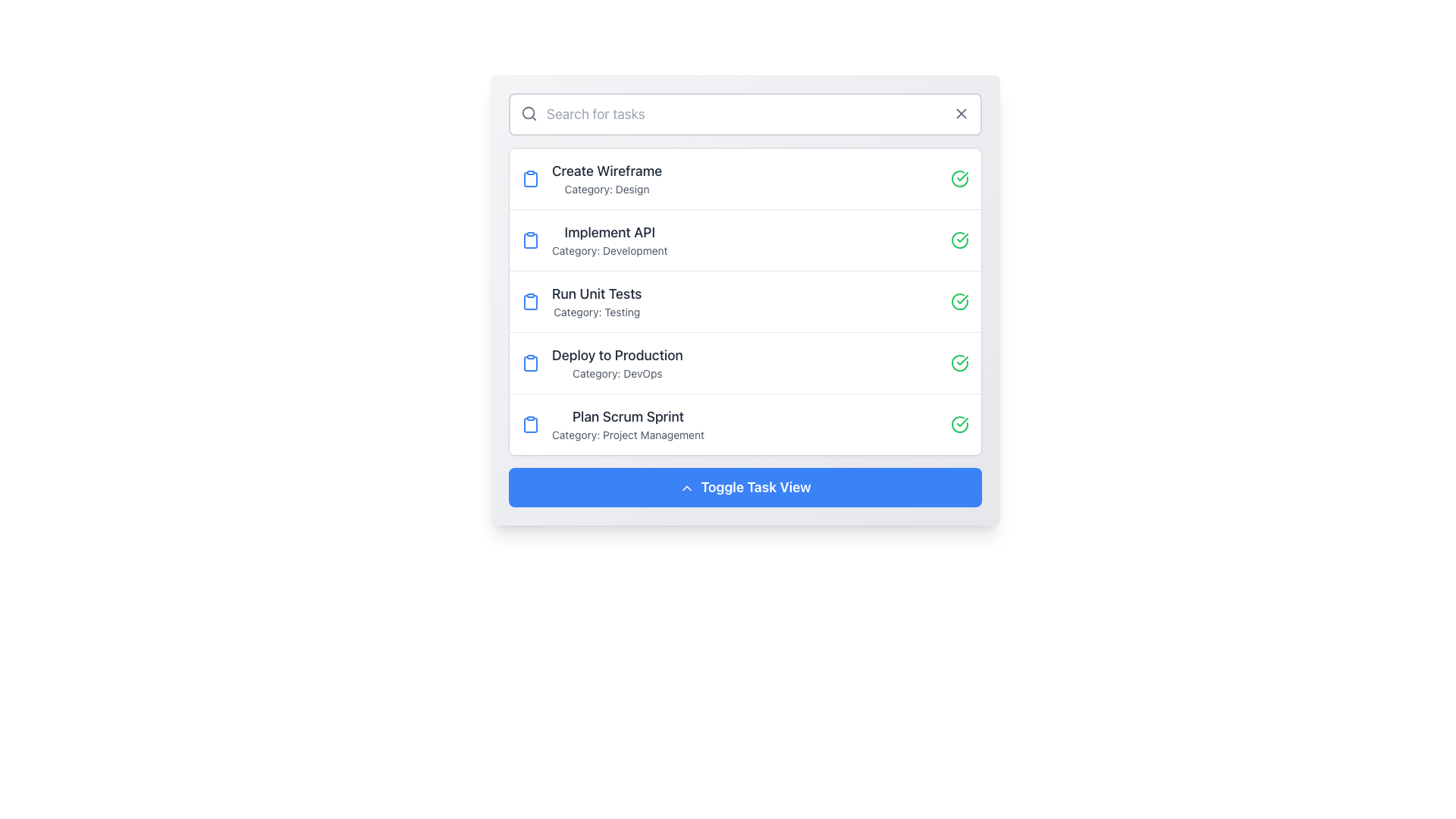  I want to click on the clipboard icon located to the left of the text 'Implement API' in the second item of the task list, so click(531, 239).